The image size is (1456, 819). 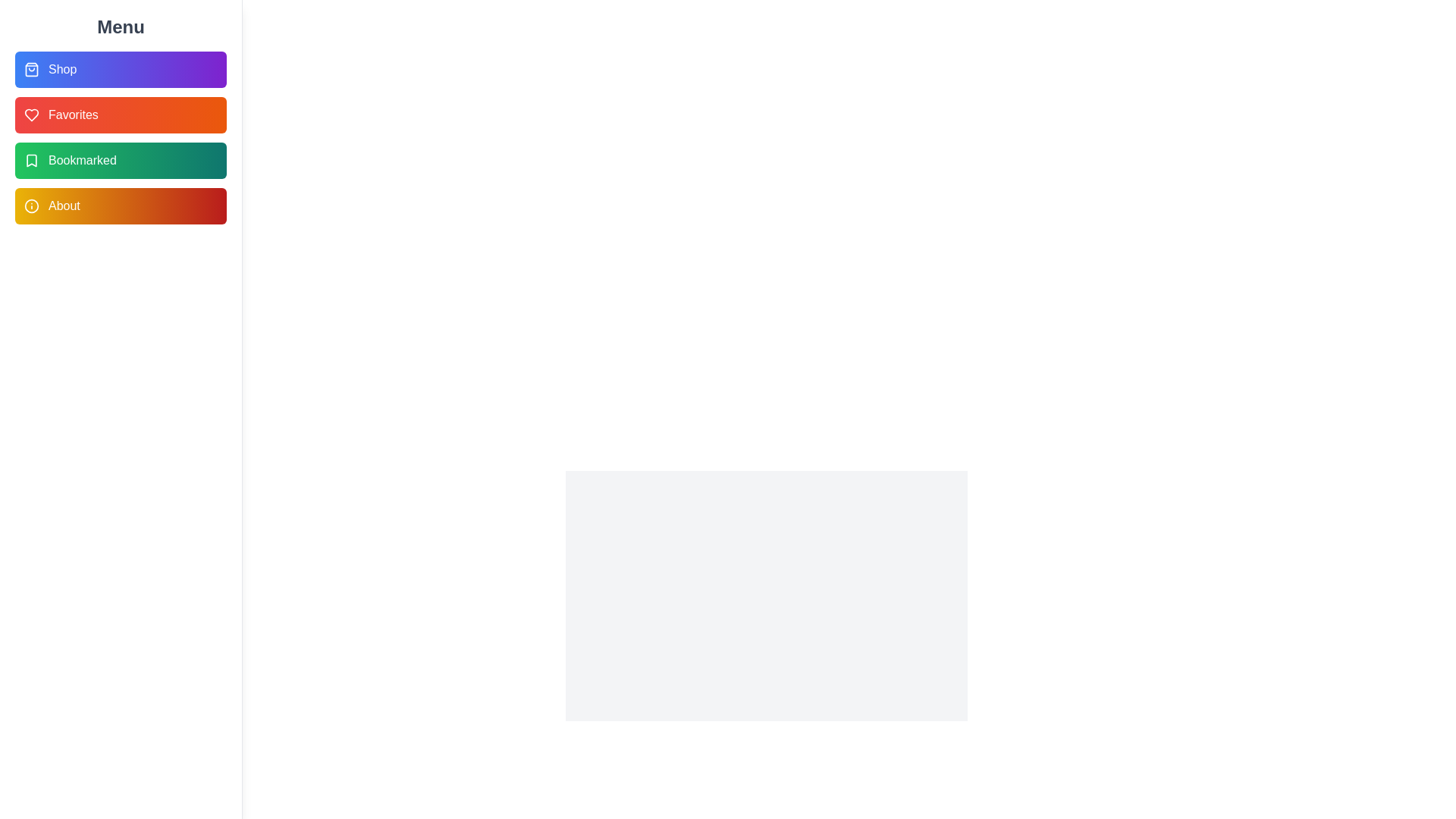 What do you see at coordinates (32, 32) in the screenshot?
I see `toggle button to open or close the menu drawer` at bounding box center [32, 32].